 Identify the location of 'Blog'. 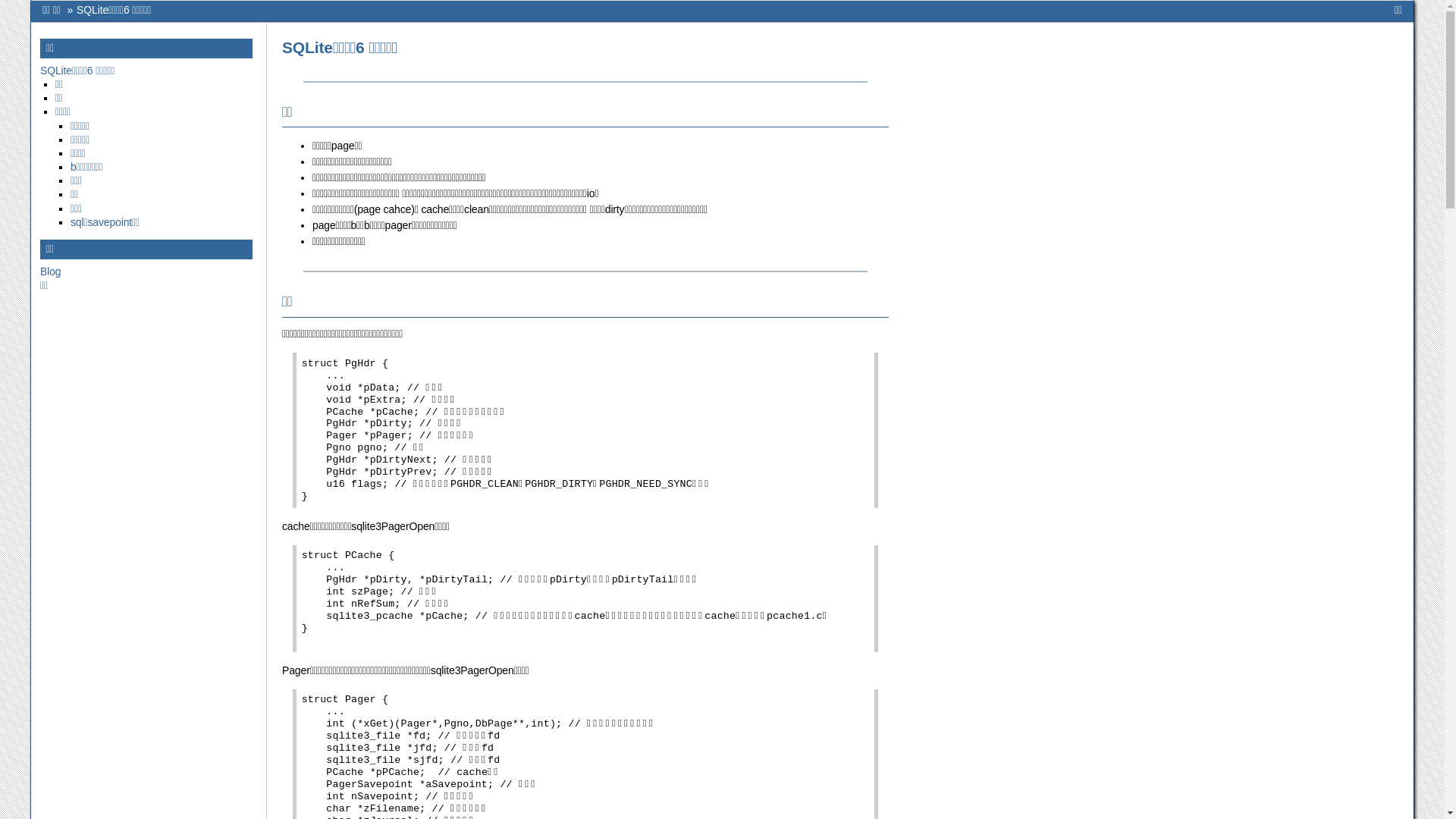
(50, 271).